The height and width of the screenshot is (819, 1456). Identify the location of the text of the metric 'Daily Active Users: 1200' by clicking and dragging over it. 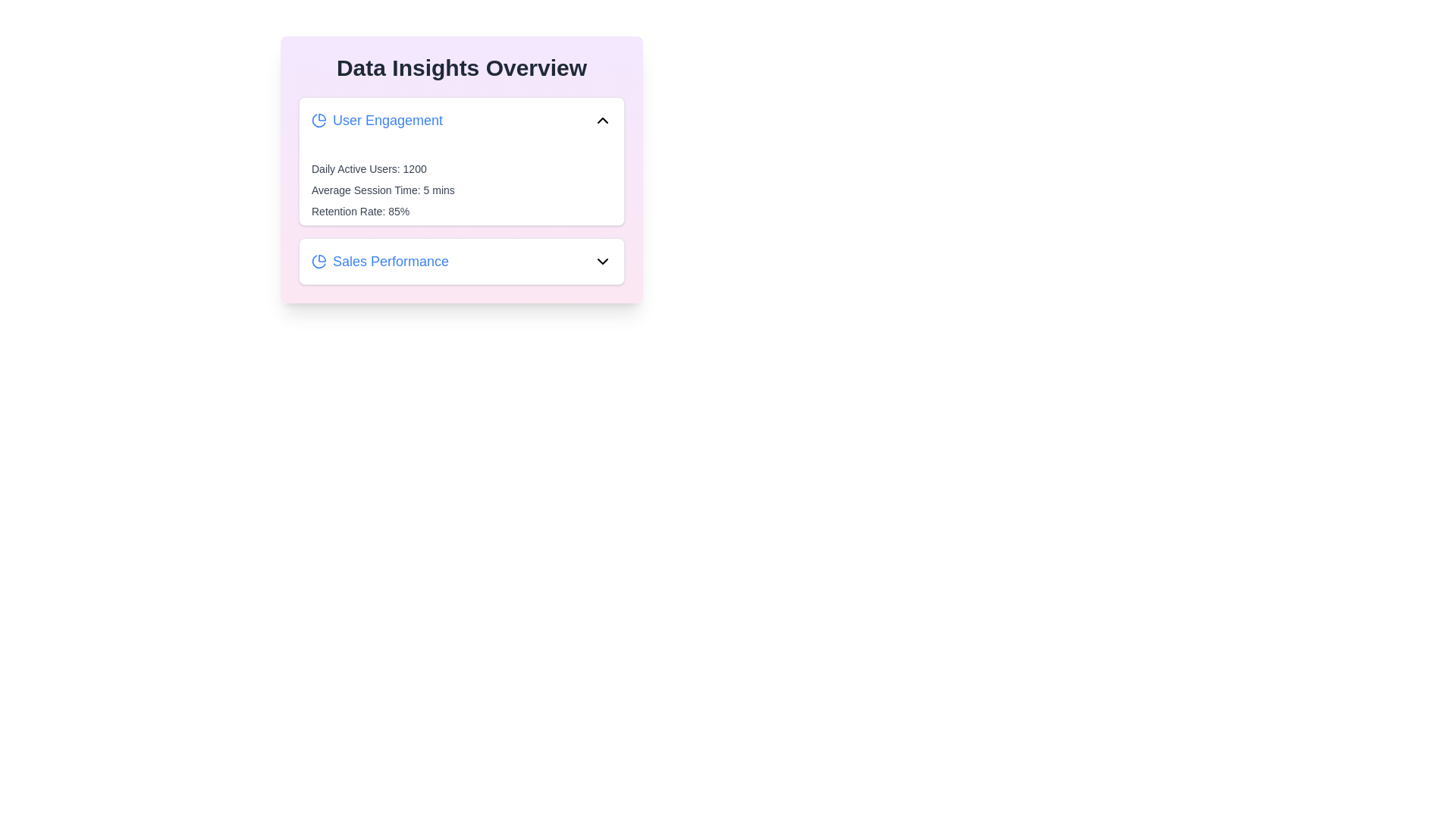
(311, 161).